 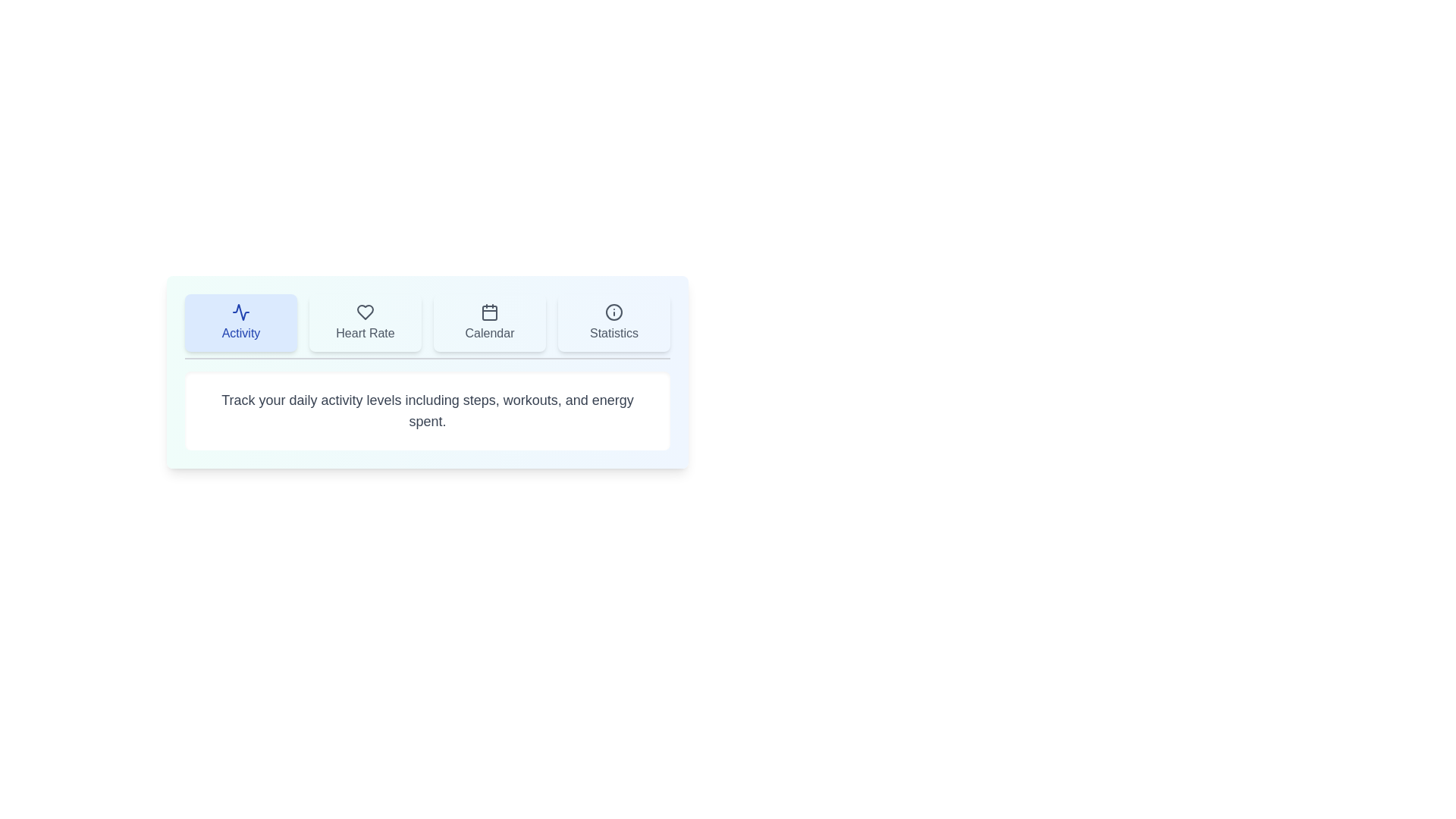 What do you see at coordinates (614, 322) in the screenshot?
I see `the tab button labeled Statistics to observe its visual effects` at bounding box center [614, 322].